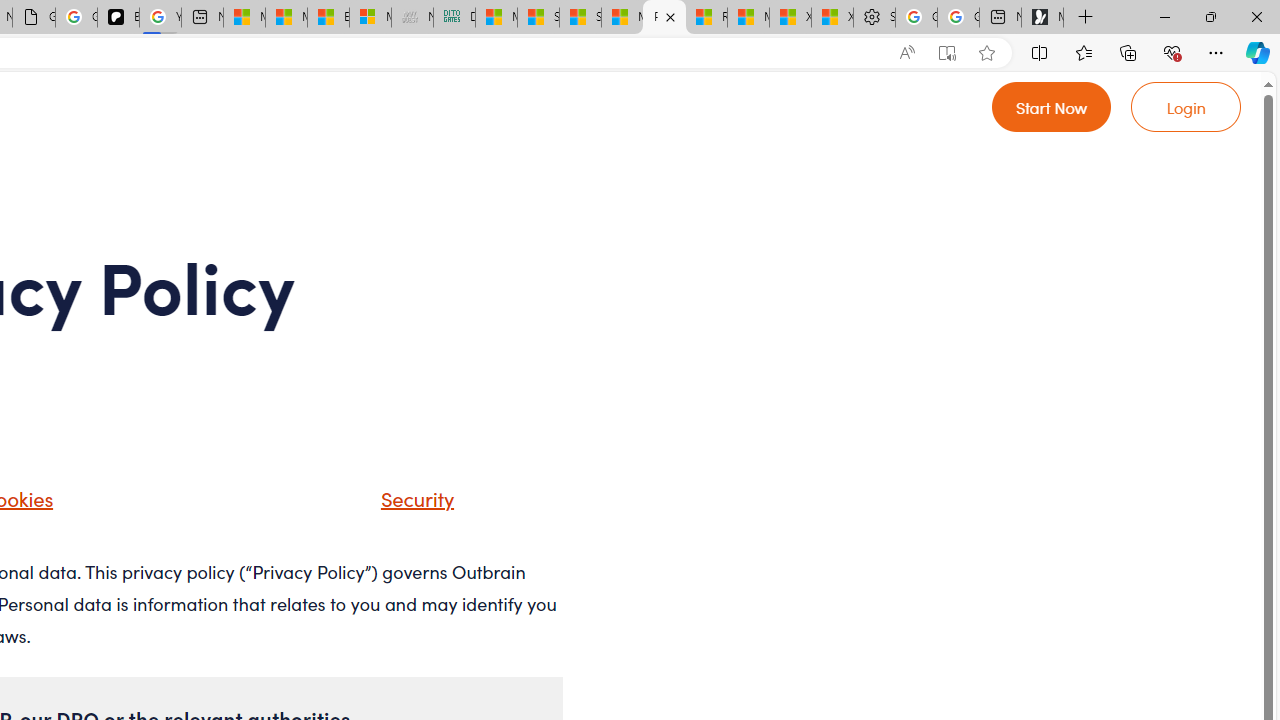 This screenshot has width=1280, height=720. I want to click on 'R******* | Trusted Community Engagement and Contributions', so click(706, 17).